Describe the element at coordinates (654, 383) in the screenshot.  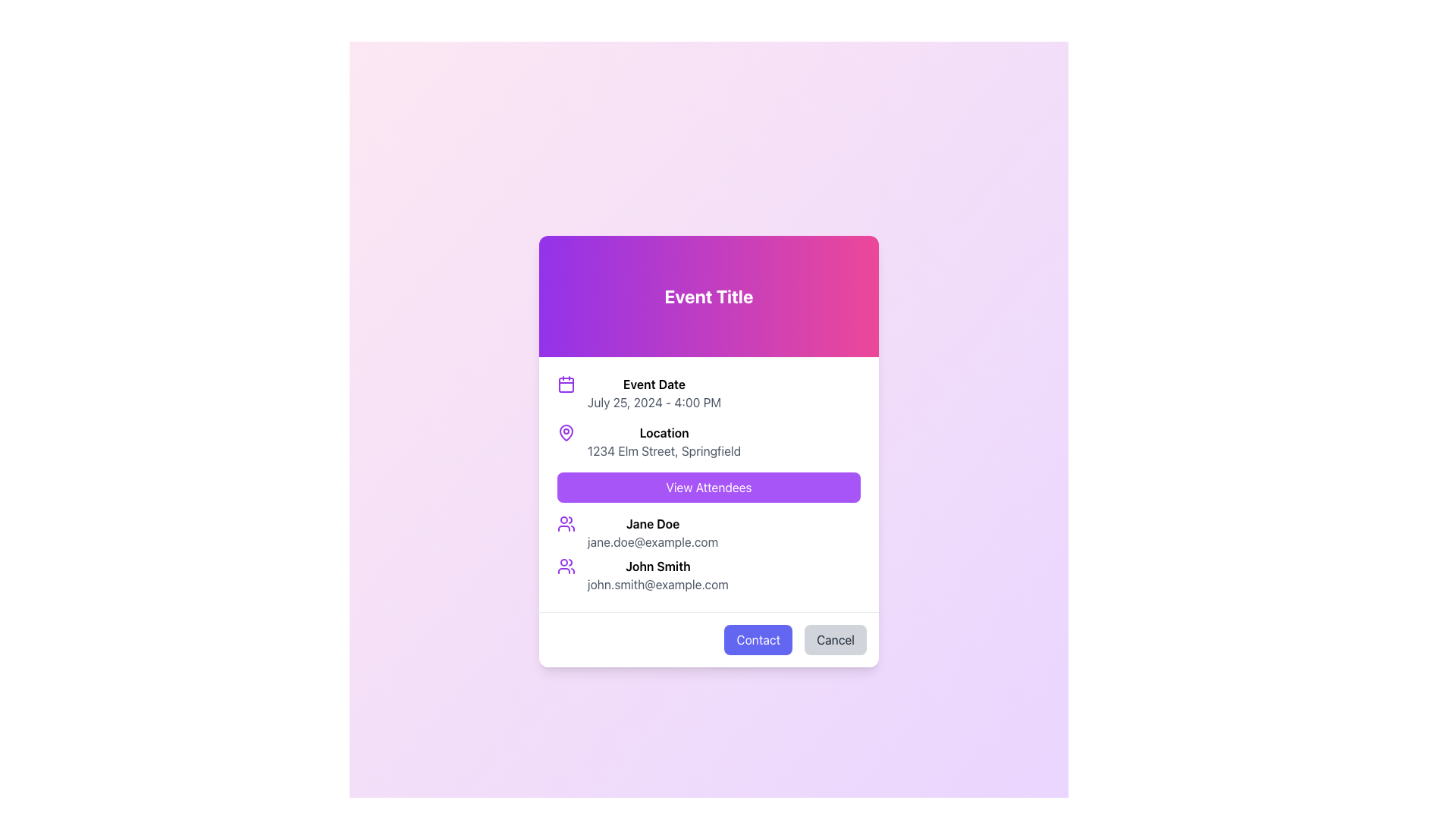
I see `the text label displaying 'Event Date', which is styled in bold font and located above the text 'July 25, 2024 - 4:00 PM' within a modal under the header 'Event Title'` at that location.